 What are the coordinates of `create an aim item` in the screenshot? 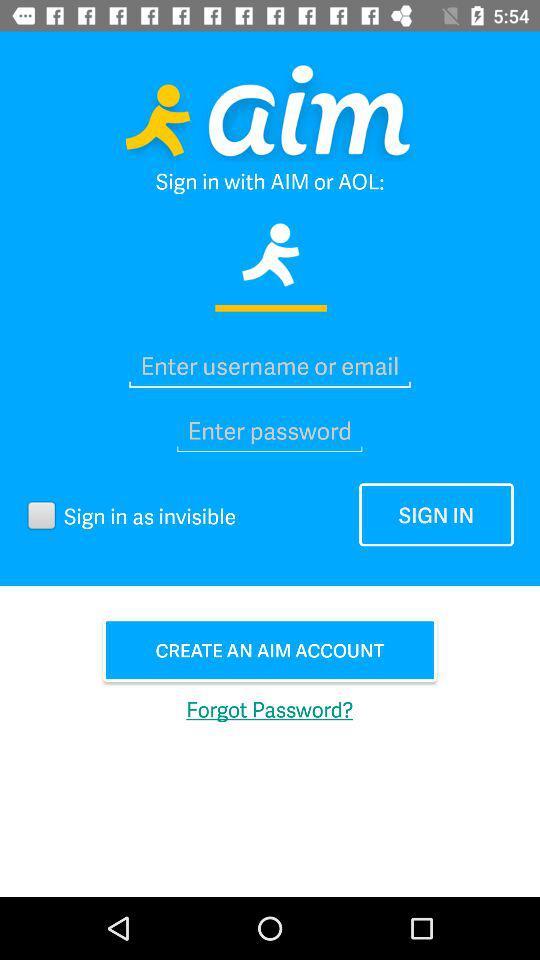 It's located at (270, 649).